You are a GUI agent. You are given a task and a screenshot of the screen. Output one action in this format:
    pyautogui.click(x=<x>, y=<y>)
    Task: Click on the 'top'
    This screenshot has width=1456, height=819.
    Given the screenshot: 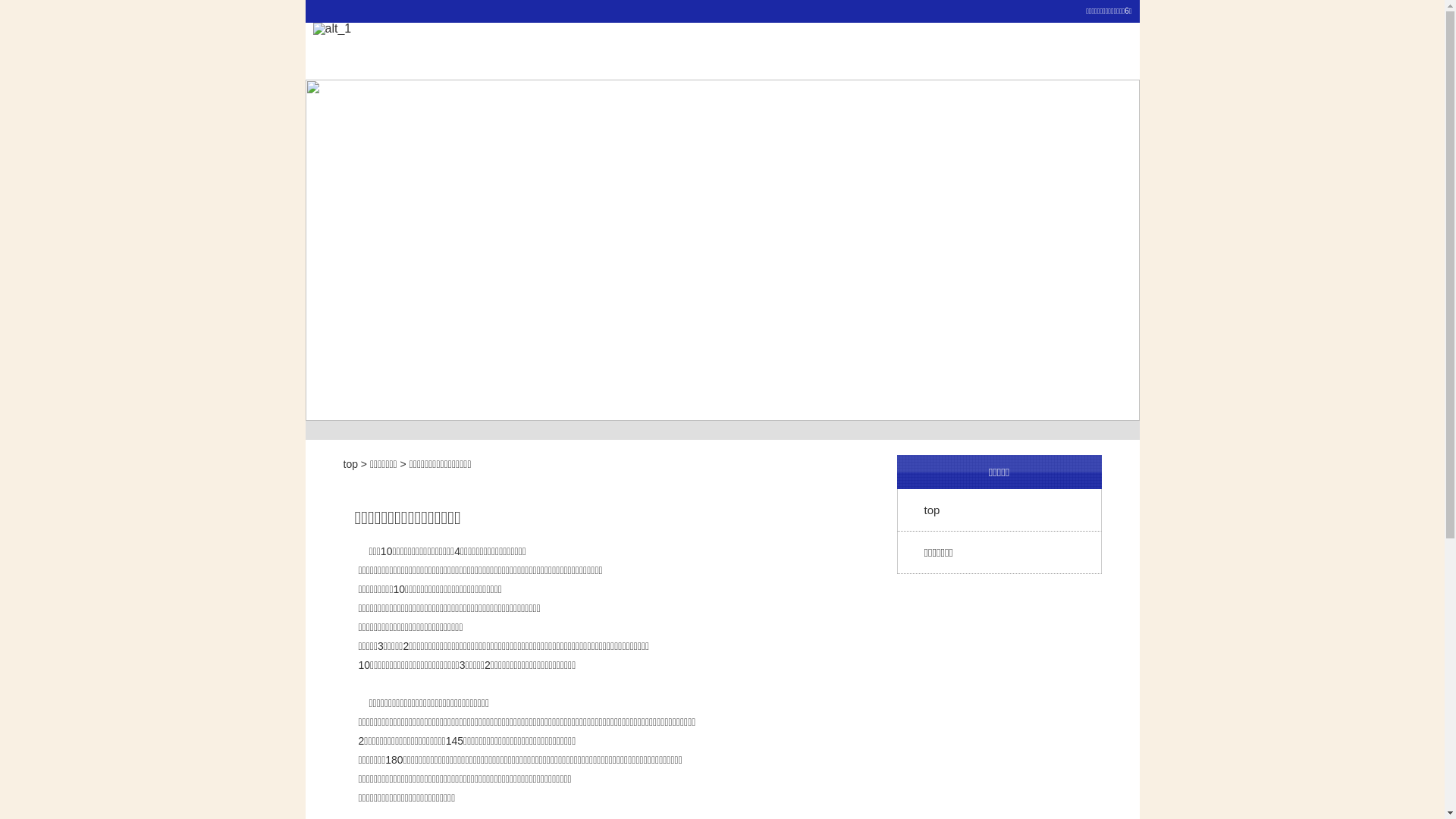 What is the action you would take?
    pyautogui.click(x=349, y=463)
    